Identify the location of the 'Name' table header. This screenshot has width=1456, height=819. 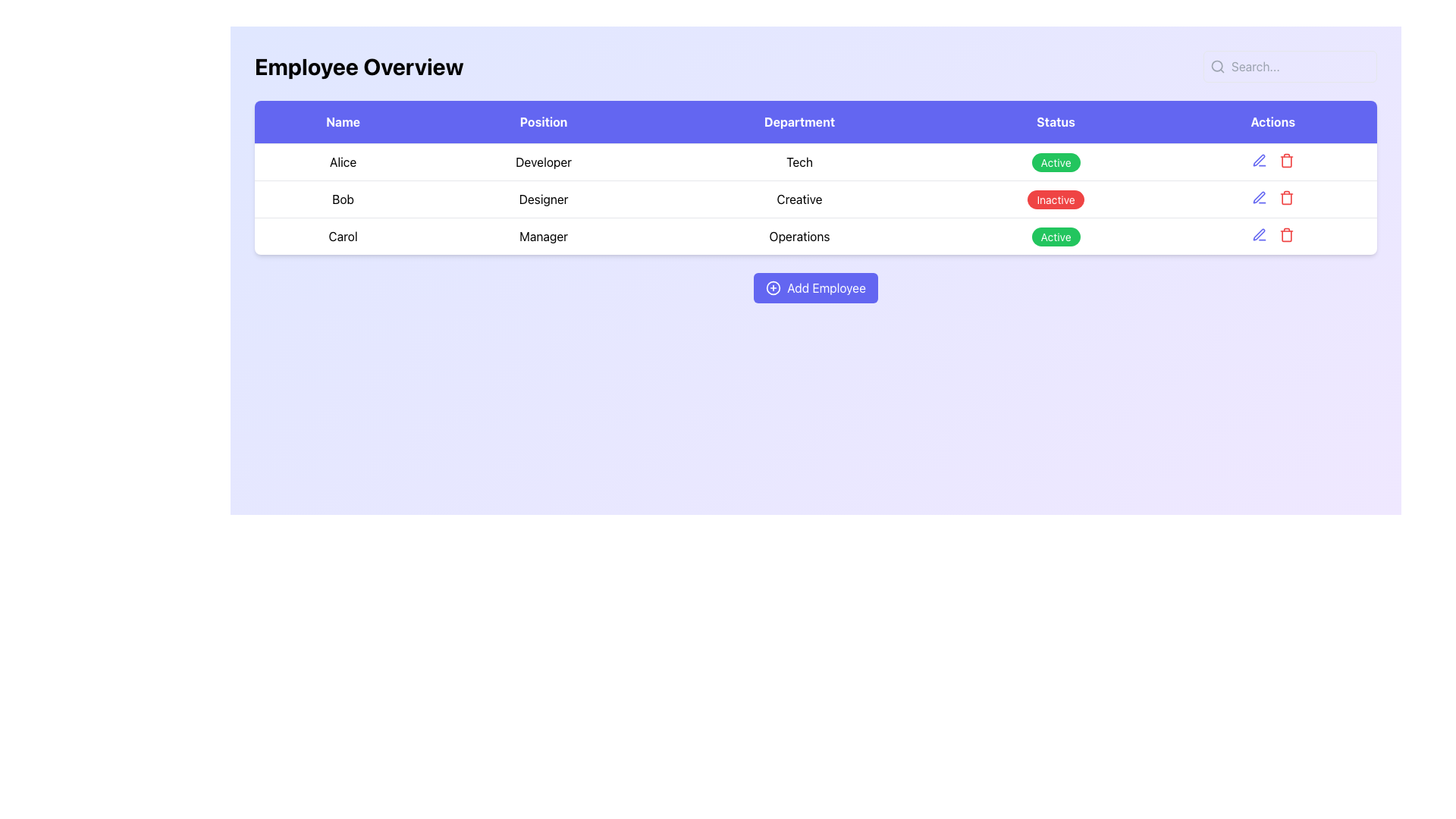
(342, 121).